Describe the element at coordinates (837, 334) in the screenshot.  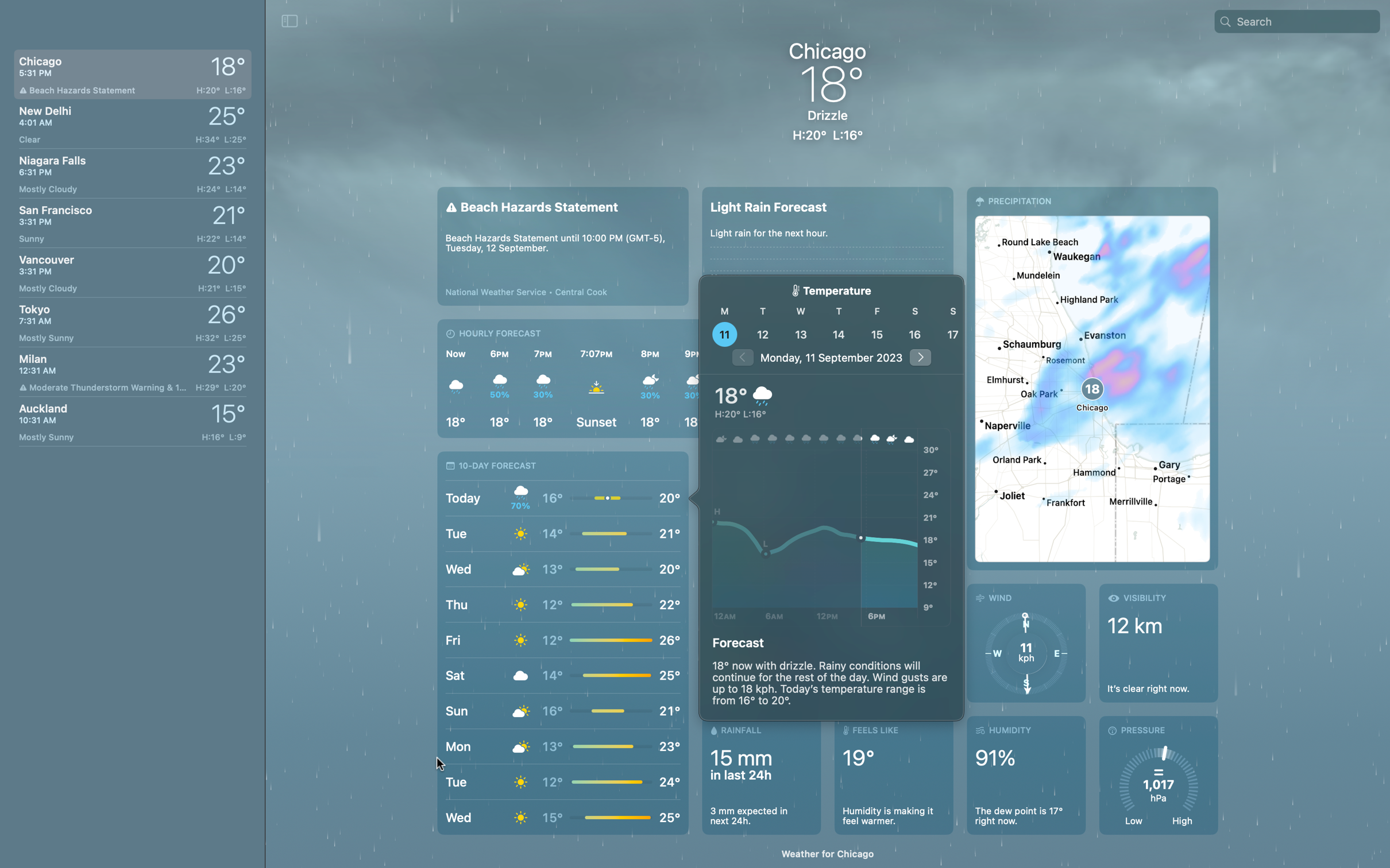
I see `See the meteorological conditions on the 14th` at that location.